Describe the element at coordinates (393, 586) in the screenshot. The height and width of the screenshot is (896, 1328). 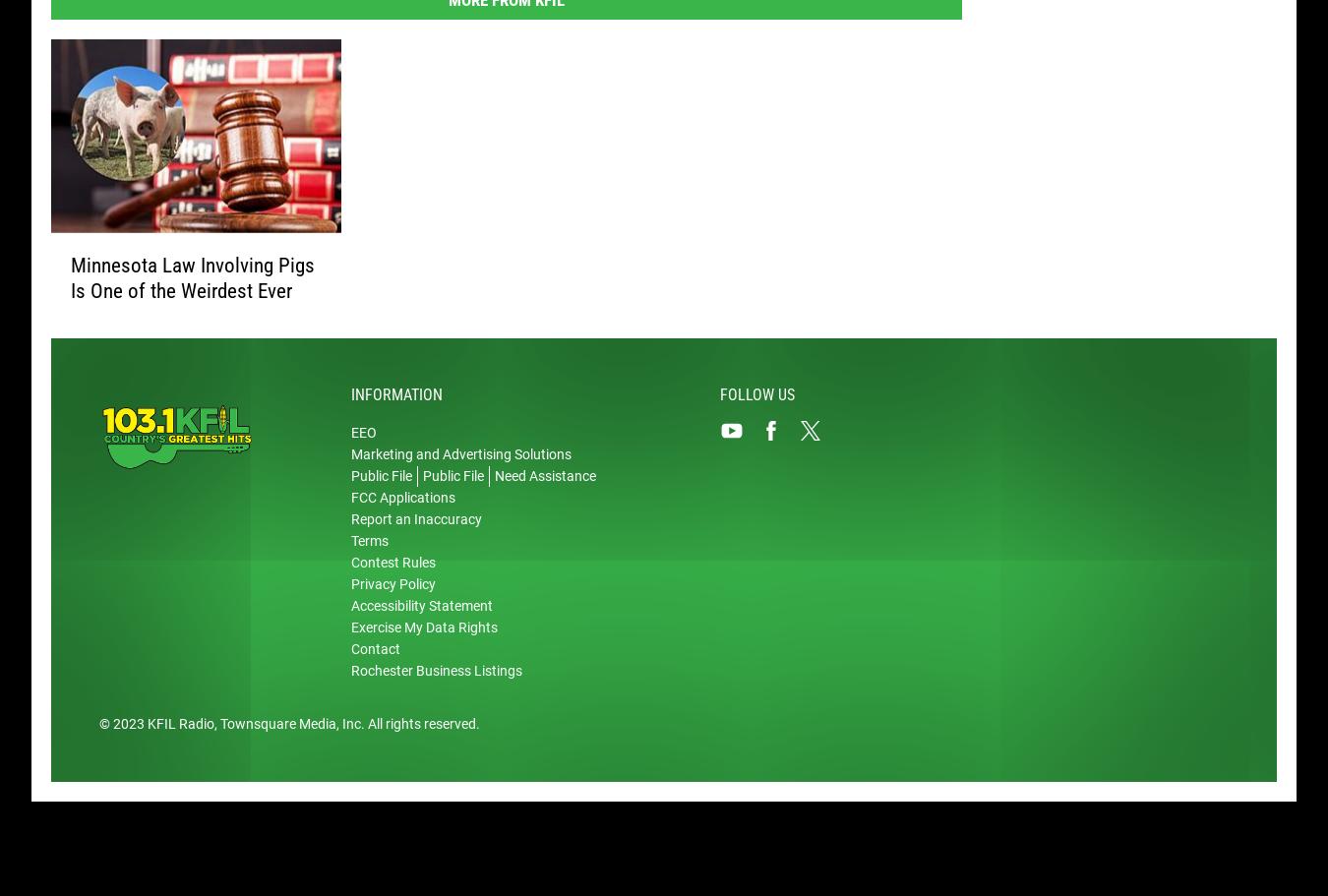
I see `'Privacy Policy'` at that location.